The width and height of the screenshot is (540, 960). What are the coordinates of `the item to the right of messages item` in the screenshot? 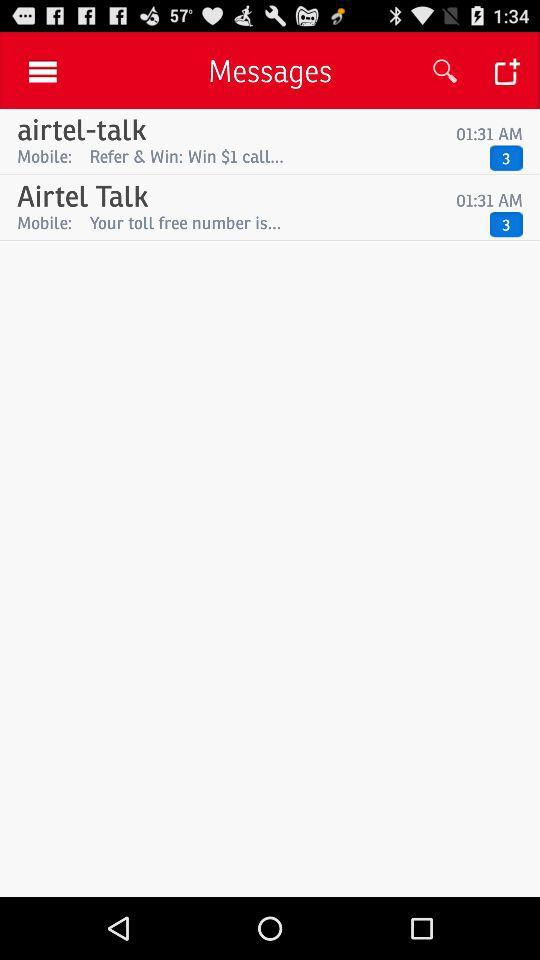 It's located at (445, 71).